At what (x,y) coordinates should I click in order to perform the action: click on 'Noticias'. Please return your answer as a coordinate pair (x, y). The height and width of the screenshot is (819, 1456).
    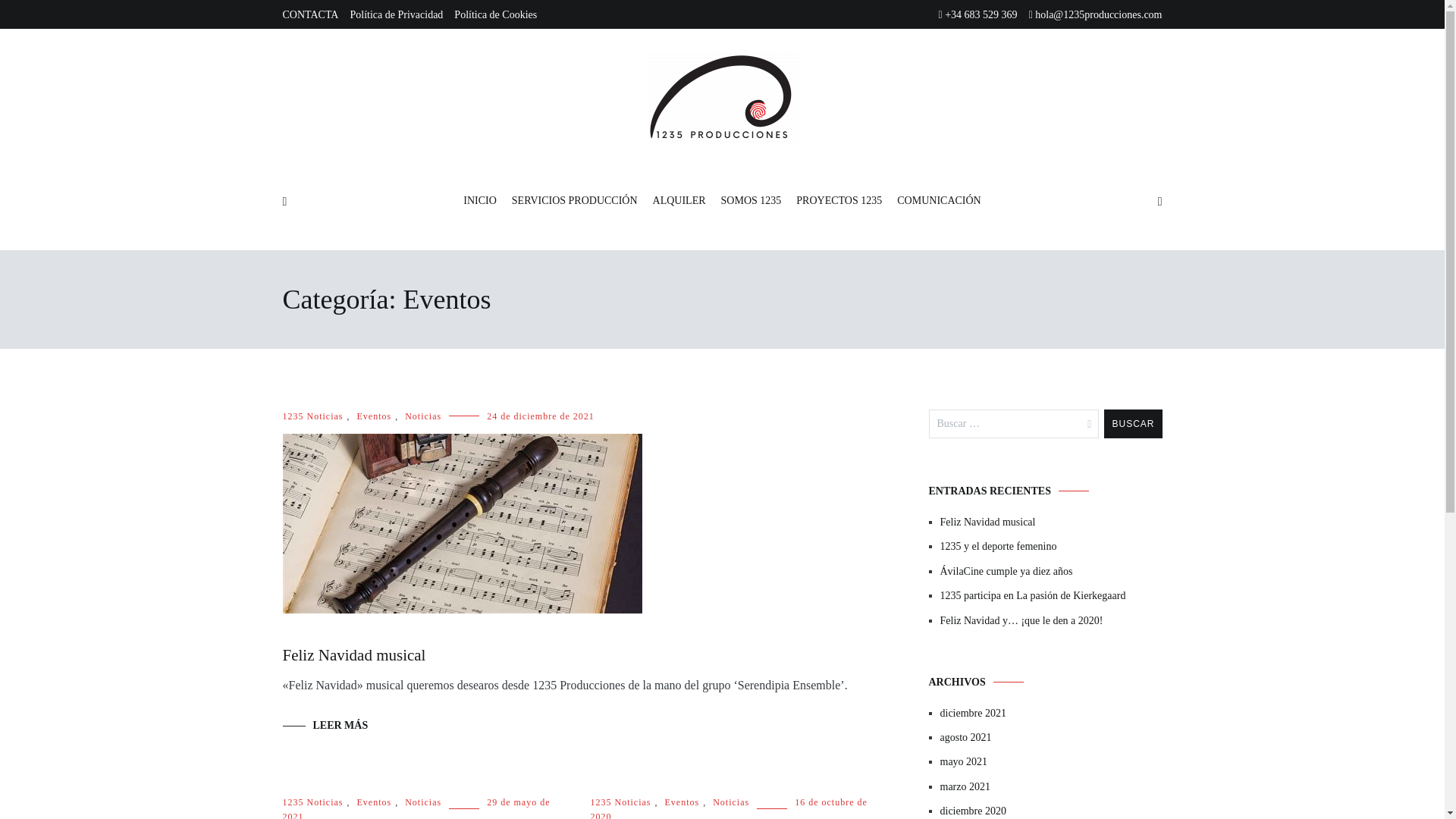
    Looking at the image, I should click on (731, 801).